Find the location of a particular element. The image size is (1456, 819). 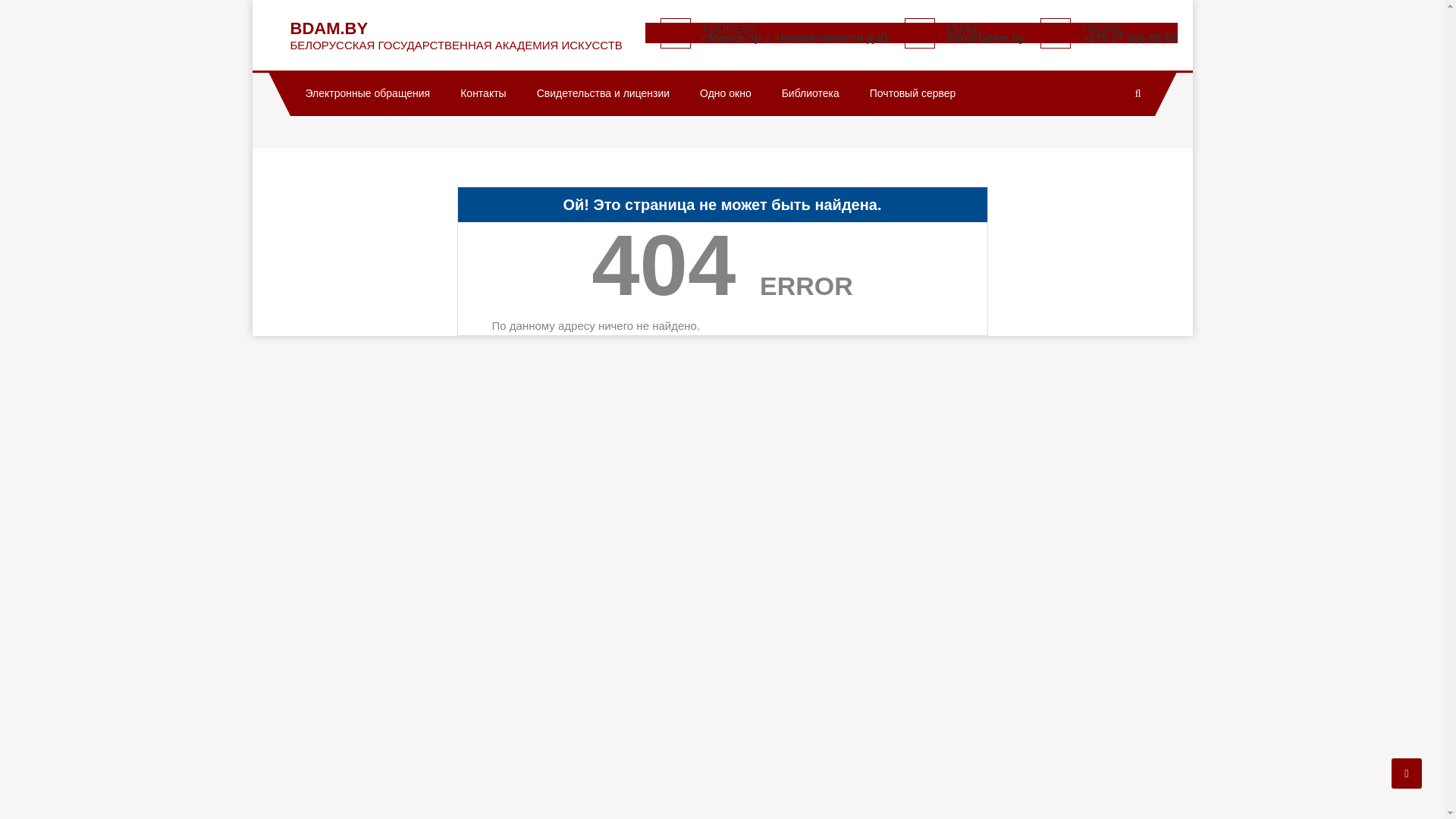

'BDAM.BY' is located at coordinates (328, 28).